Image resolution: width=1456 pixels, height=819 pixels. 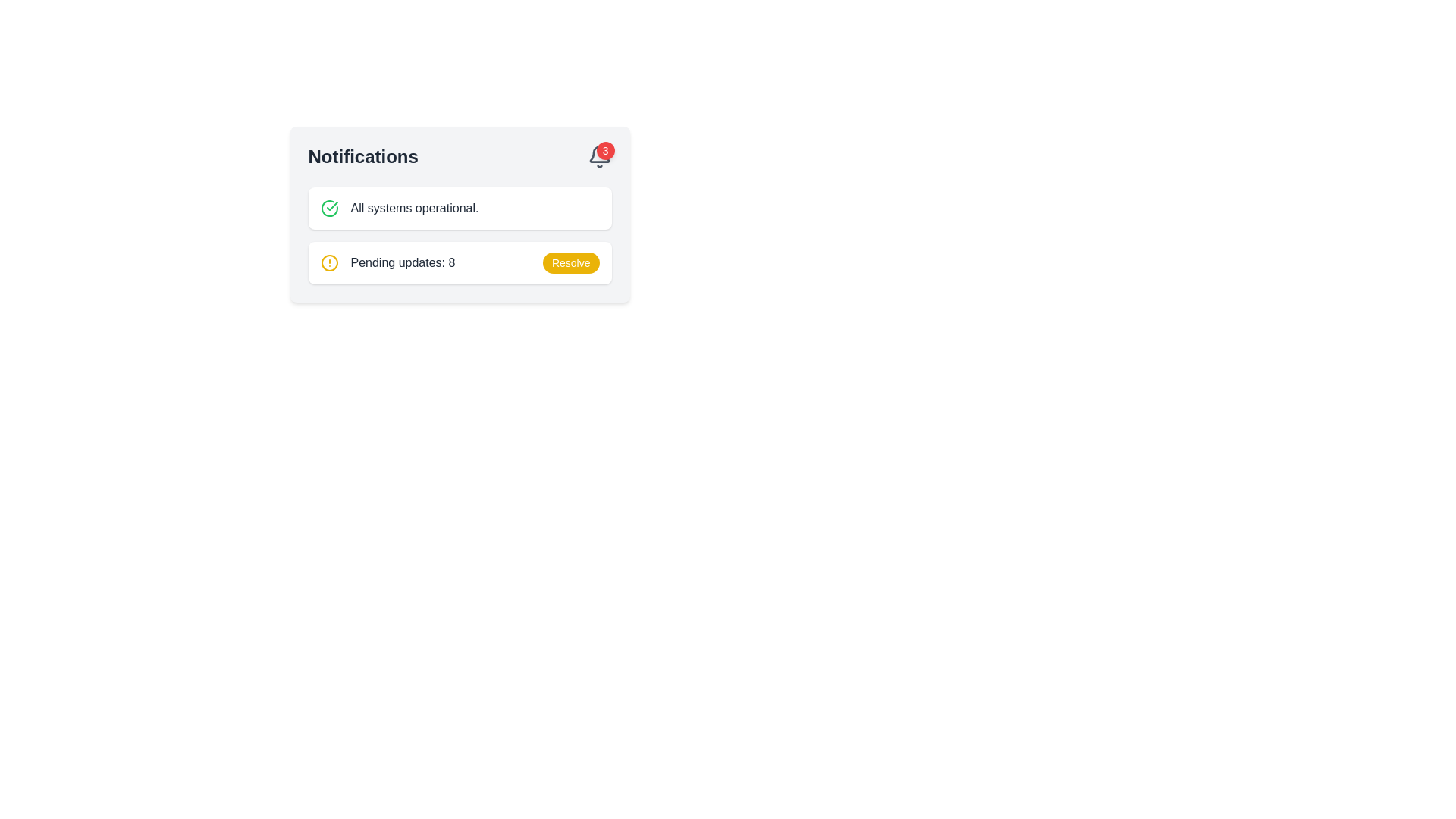 I want to click on the decorative checkmark icon located in the top left corner of the Notifications section, which visually represents a successful status for the 'All systems operational' message, so click(x=331, y=206).